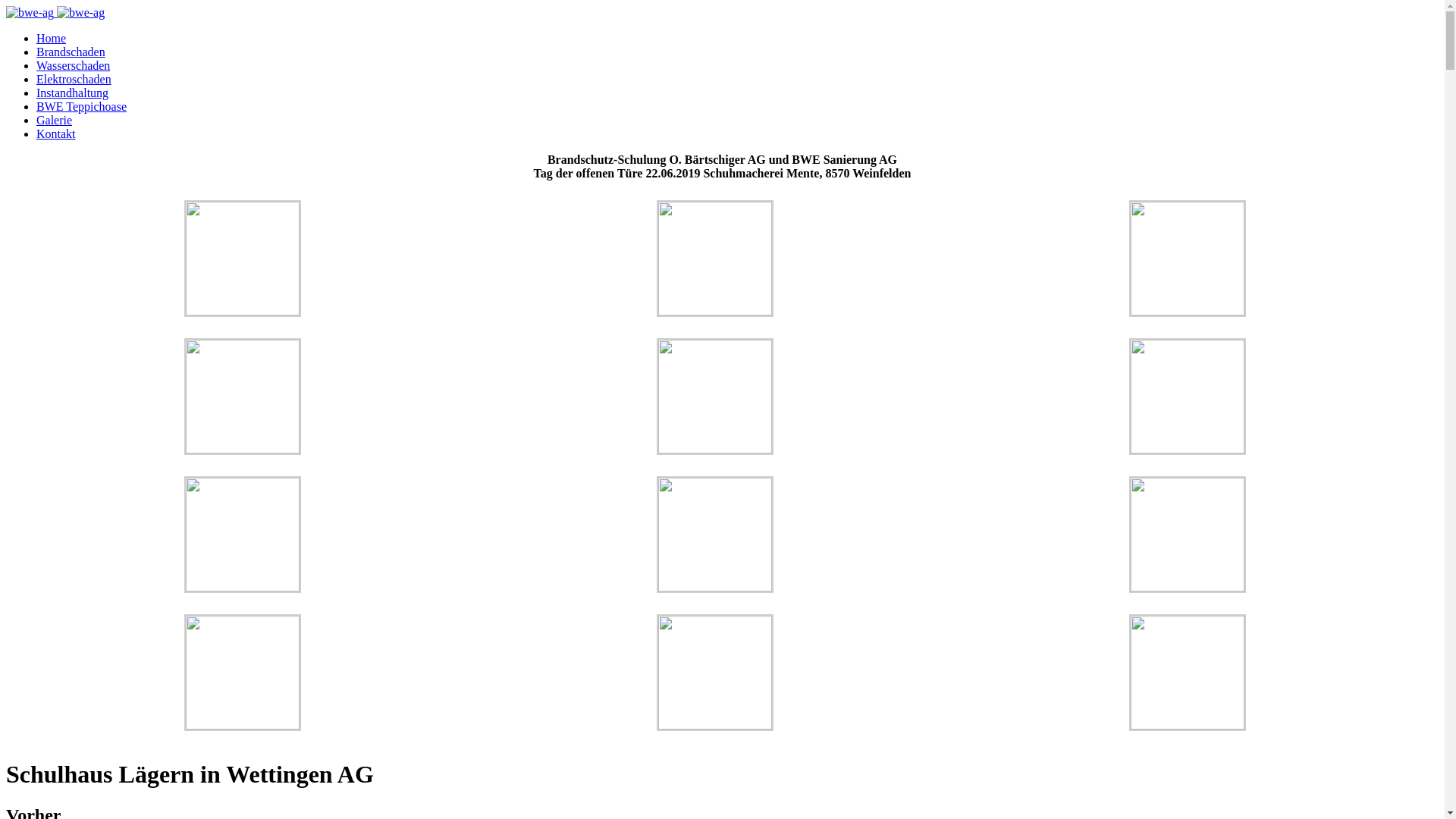  Describe the element at coordinates (73, 79) in the screenshot. I see `'Elektroschaden'` at that location.